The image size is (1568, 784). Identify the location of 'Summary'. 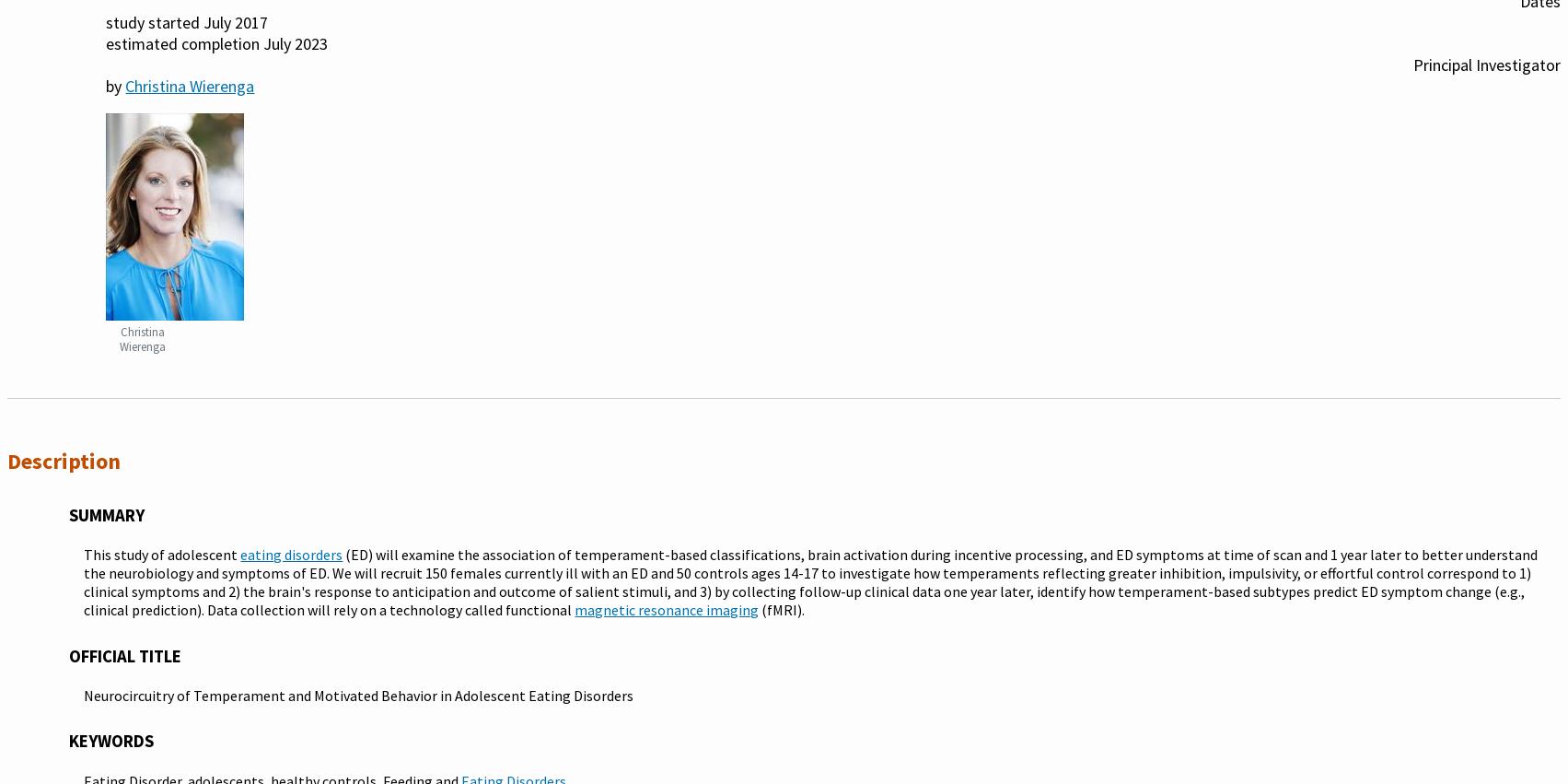
(106, 513).